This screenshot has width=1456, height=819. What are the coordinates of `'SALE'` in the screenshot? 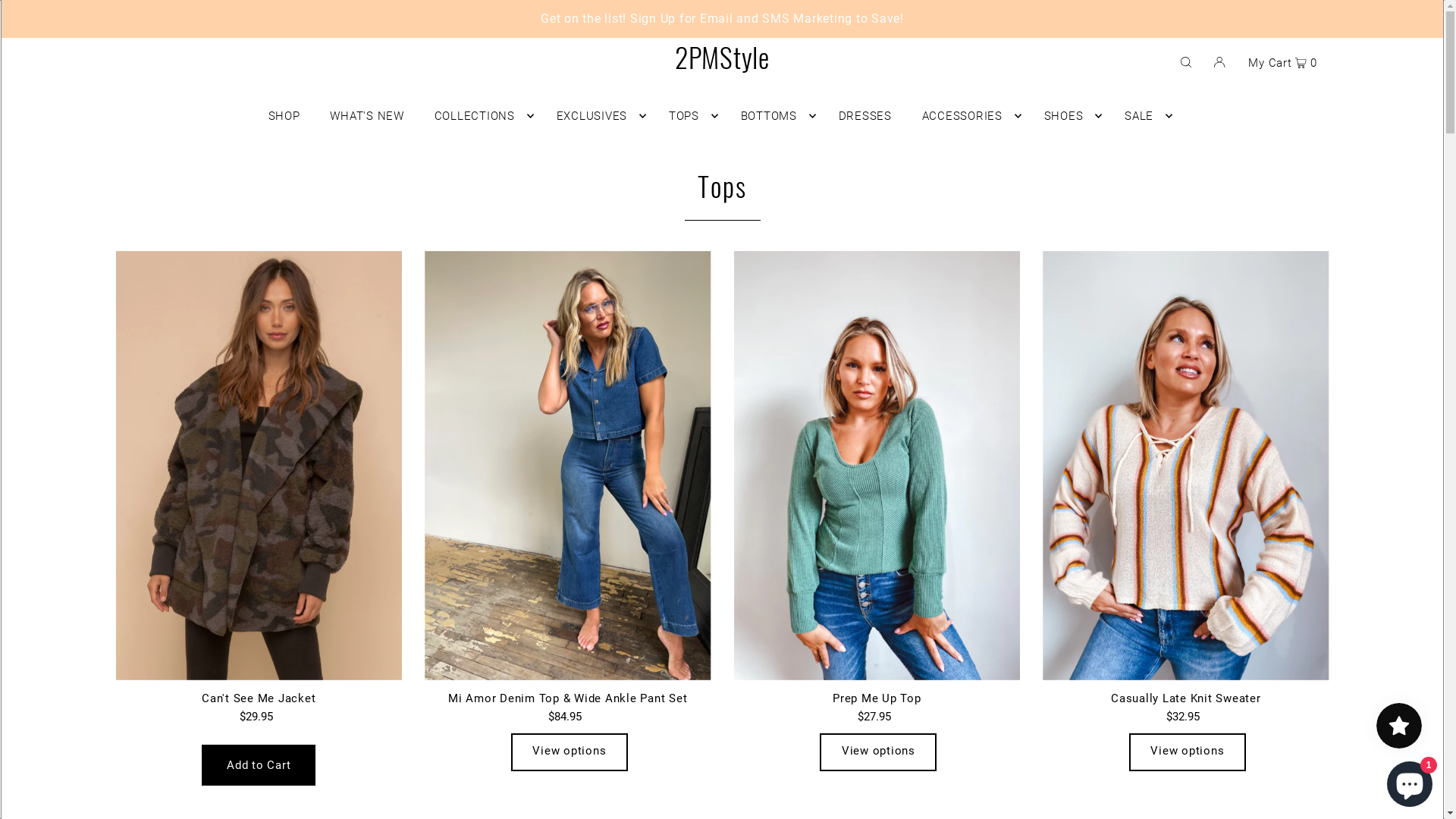 It's located at (1144, 115).